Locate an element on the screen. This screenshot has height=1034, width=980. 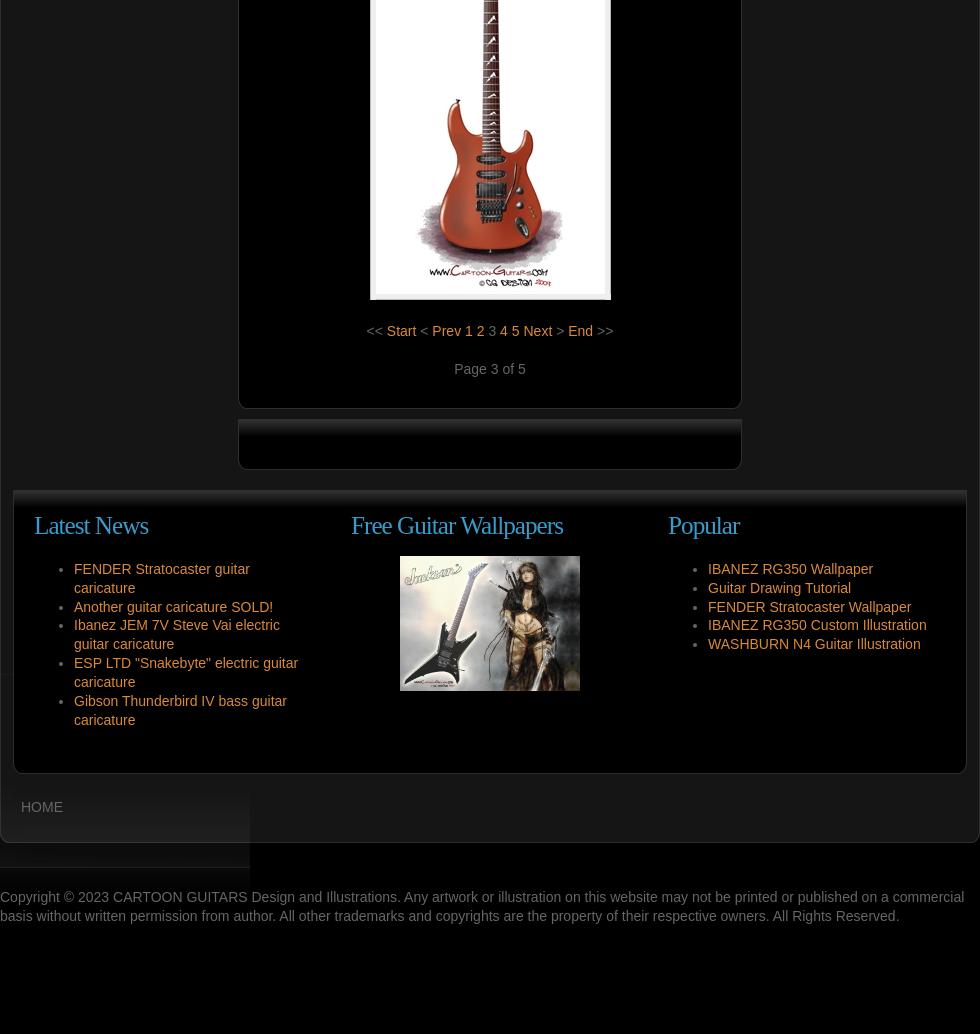
'Latest' is located at coordinates (61, 524).